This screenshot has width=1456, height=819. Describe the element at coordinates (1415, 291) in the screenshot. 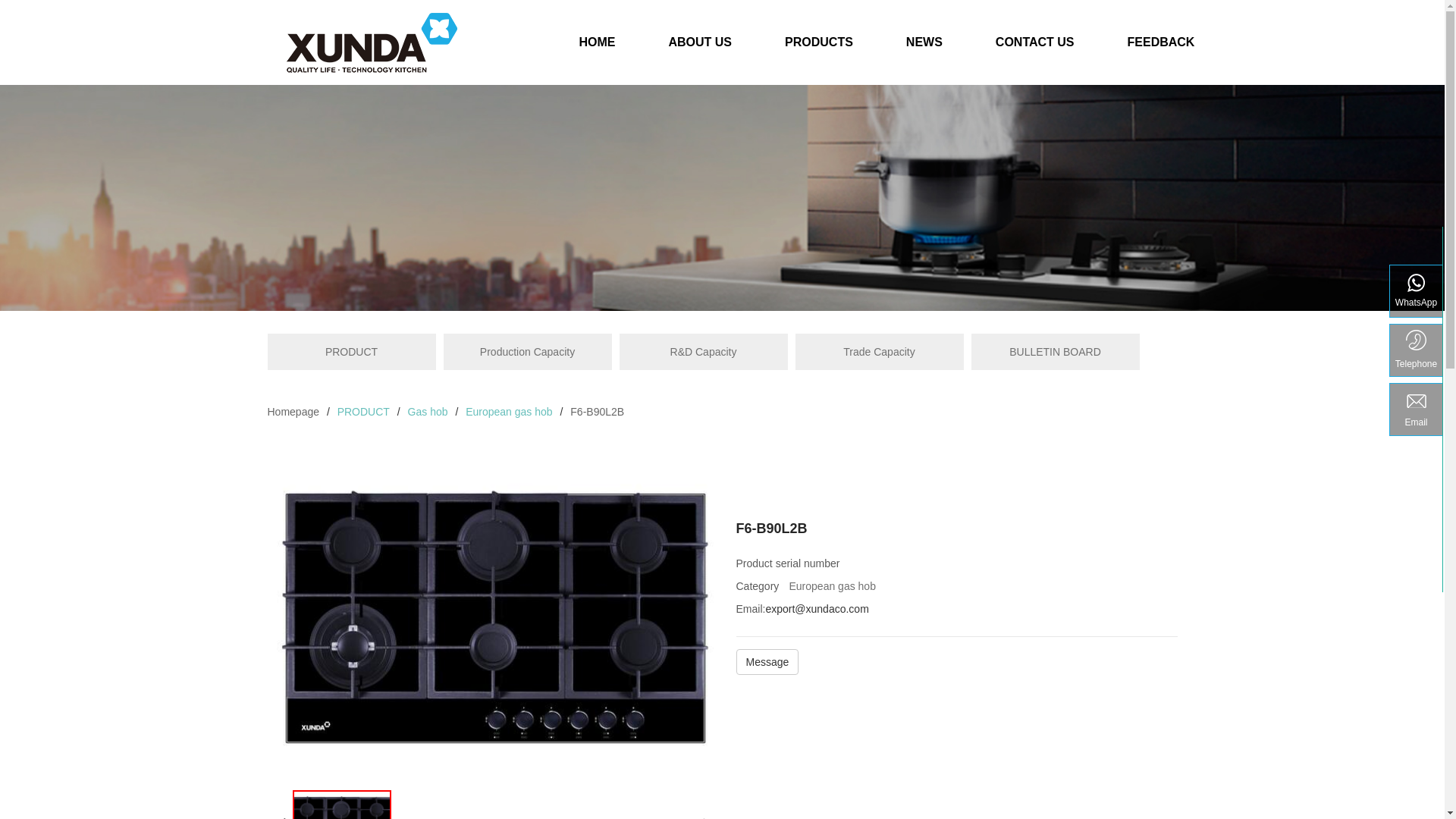

I see `'WhatsApp'` at that location.